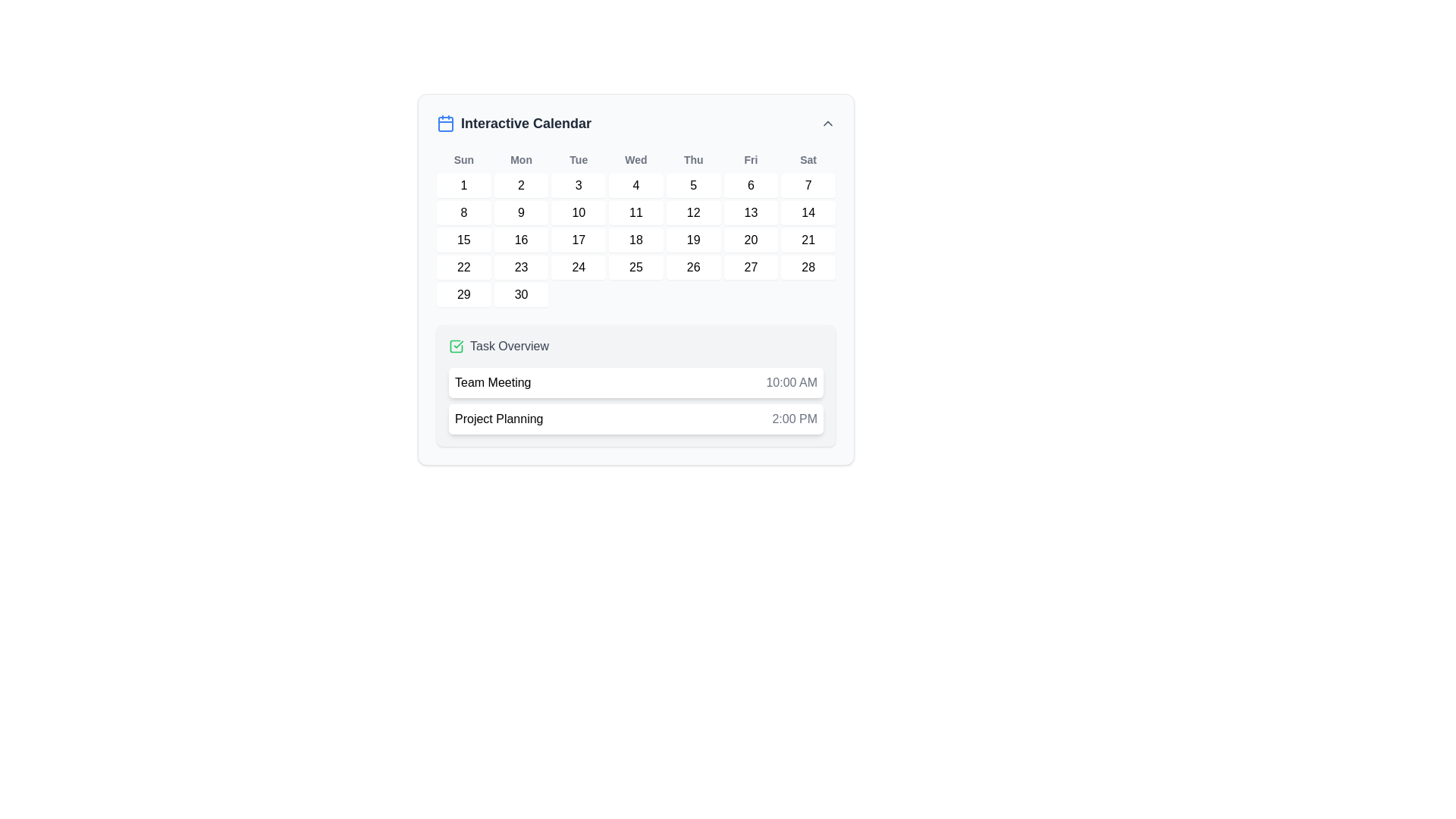 The image size is (1456, 819). What do you see at coordinates (636, 230) in the screenshot?
I see `a date within the Interactive Calendar grid` at bounding box center [636, 230].